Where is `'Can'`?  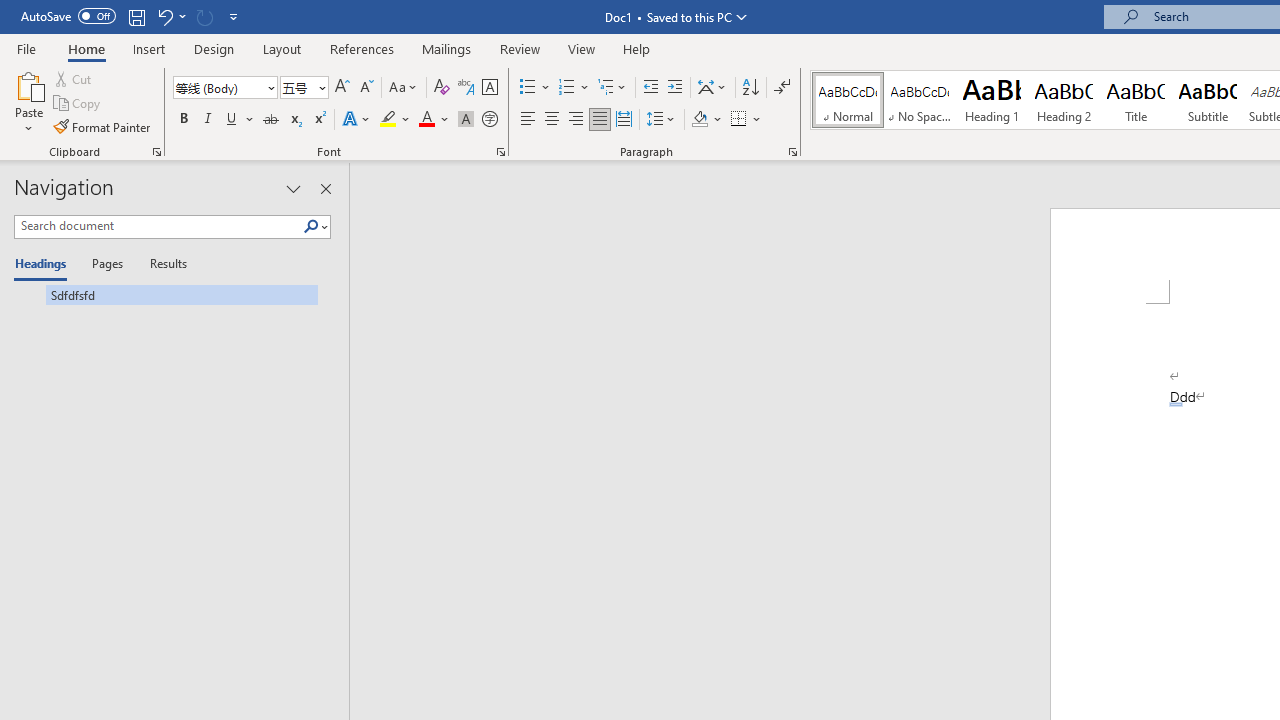 'Can' is located at coordinates (204, 16).